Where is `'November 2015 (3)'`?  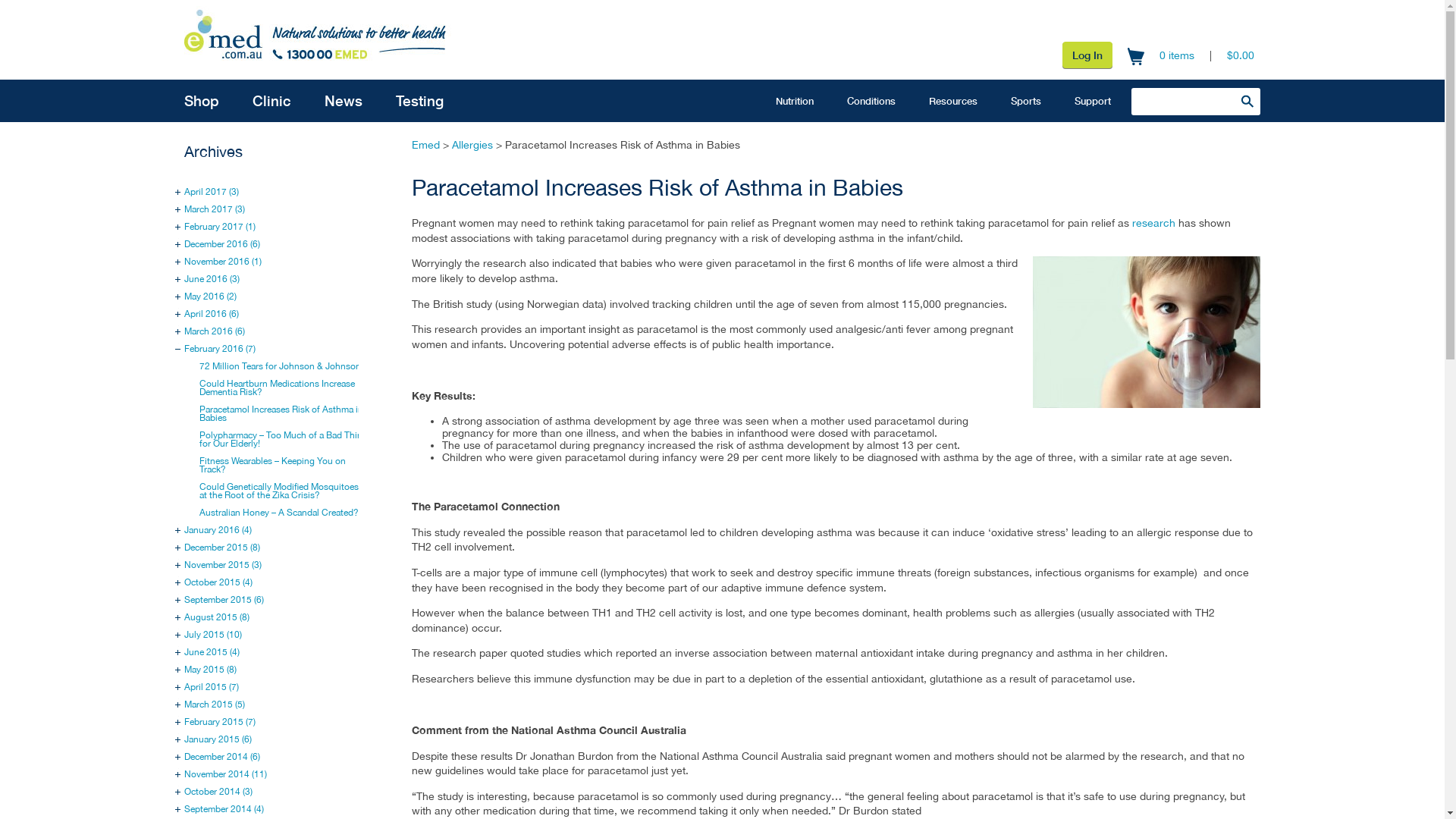 'November 2015 (3)' is located at coordinates (221, 564).